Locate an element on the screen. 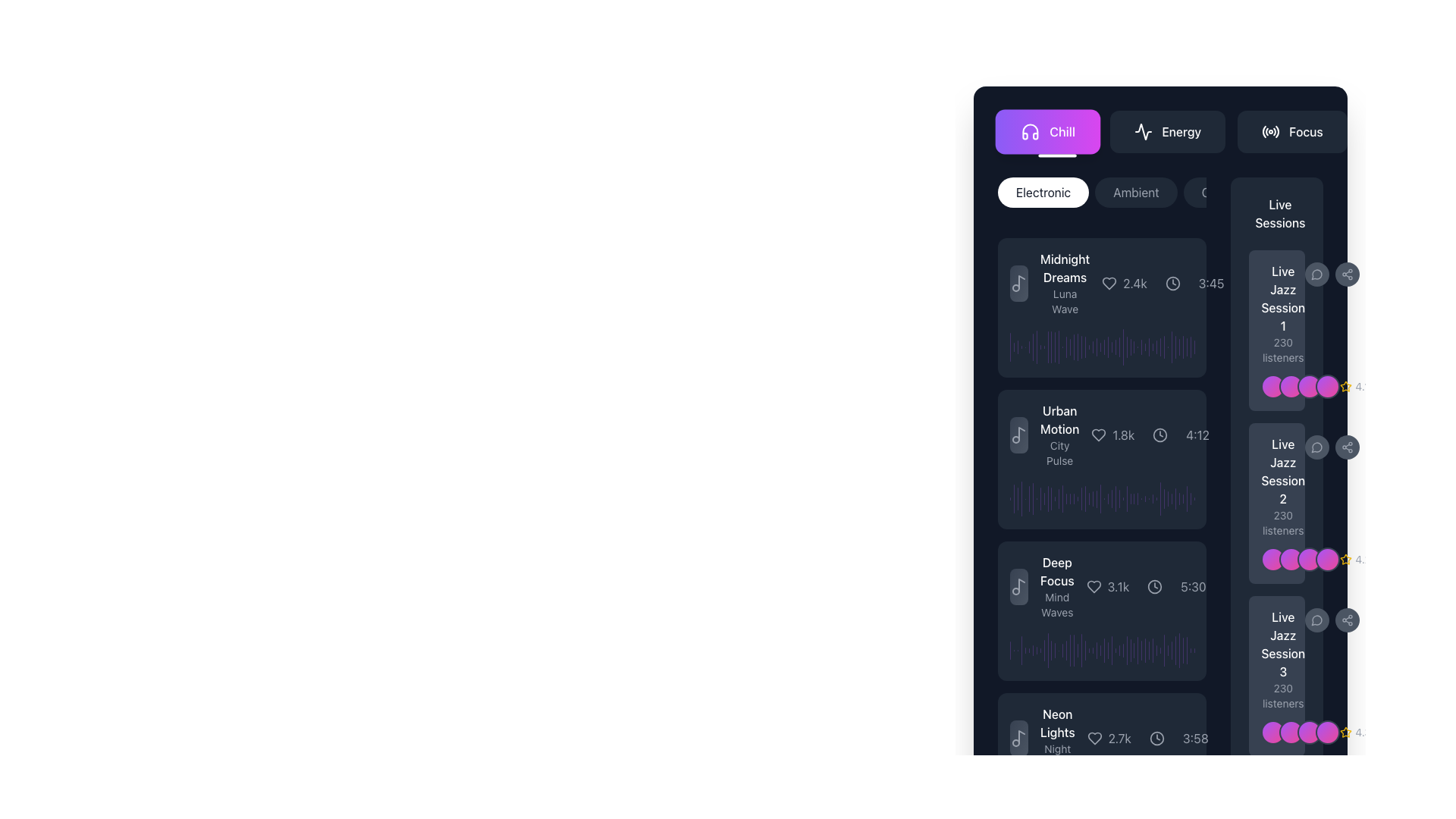  the heart icon with text displaying '2.7k' located in the lower section of the 'Neon Lights' content card is located at coordinates (1109, 738).